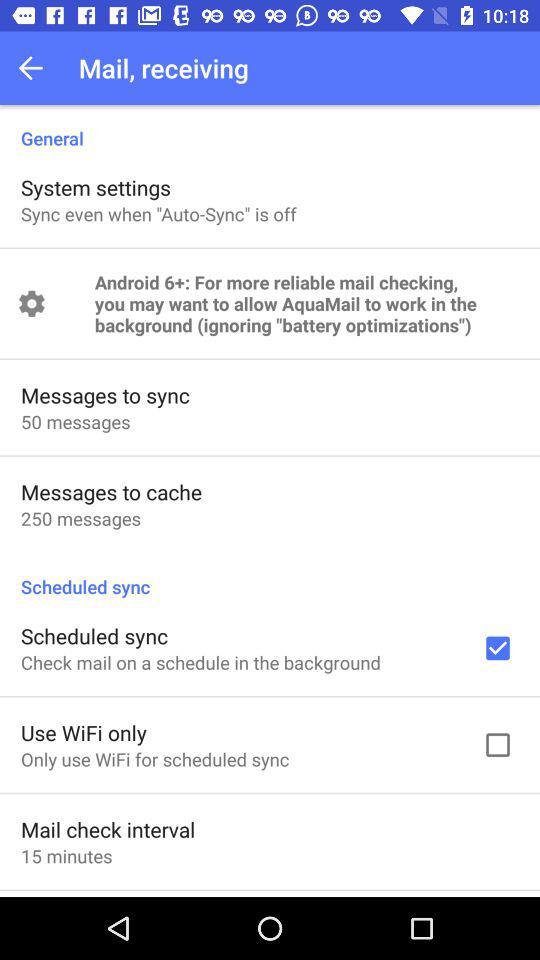 The image size is (540, 960). I want to click on app above android 6 for item, so click(157, 214).